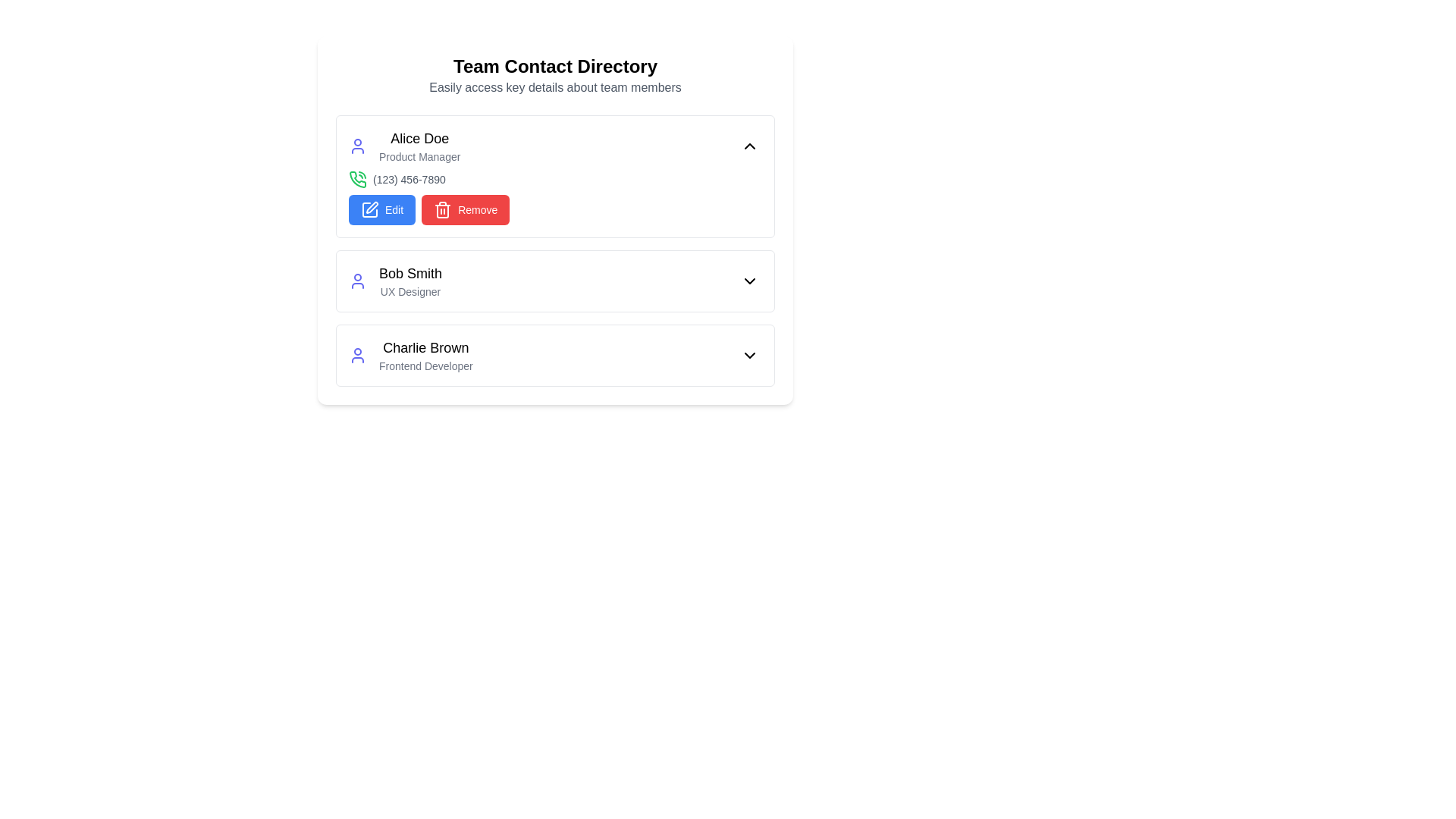  Describe the element at coordinates (749, 281) in the screenshot. I see `the chevron icon button` at that location.